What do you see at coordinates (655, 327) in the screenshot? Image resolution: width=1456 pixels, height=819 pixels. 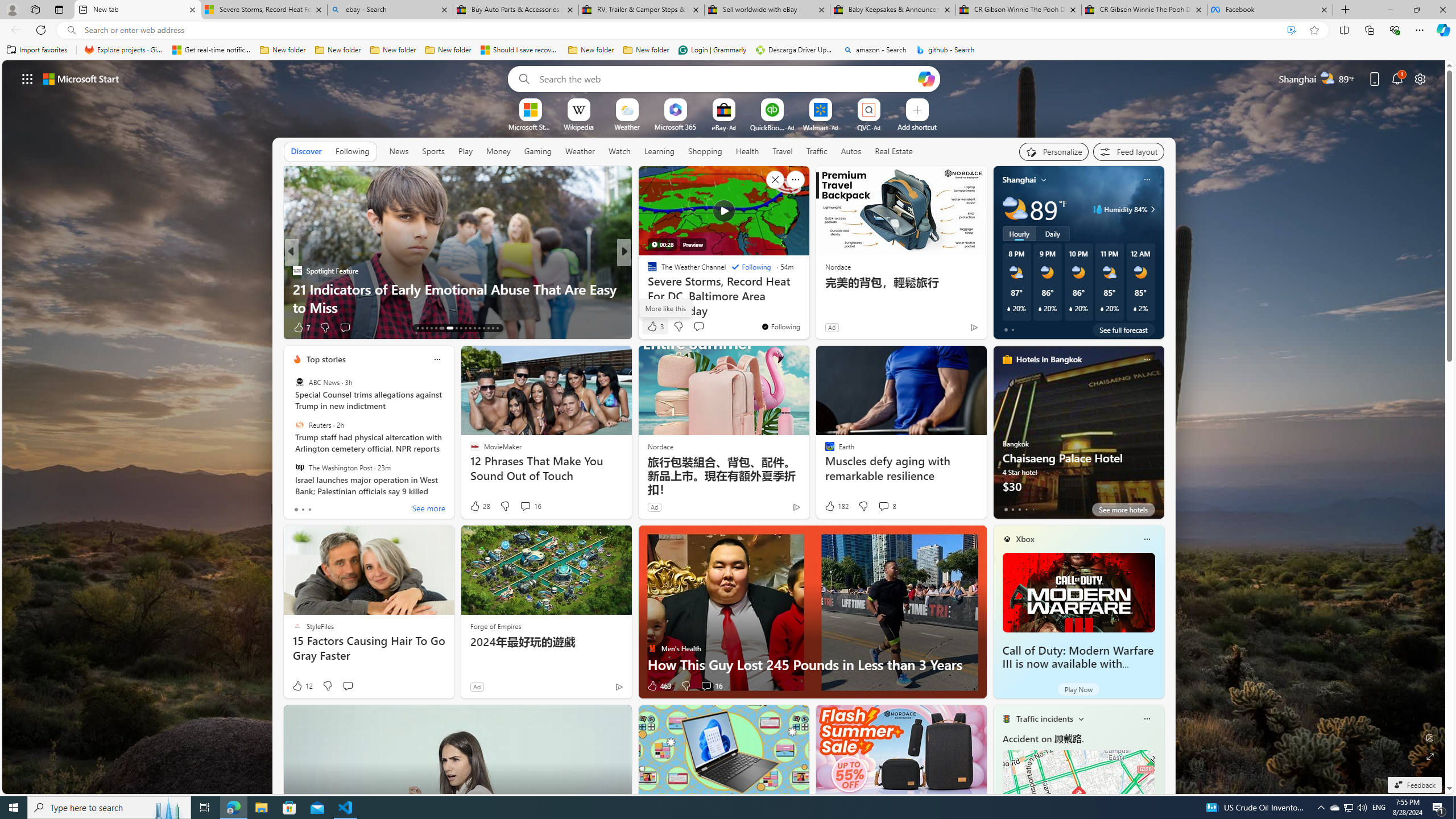 I see `'116 Like'` at bounding box center [655, 327].